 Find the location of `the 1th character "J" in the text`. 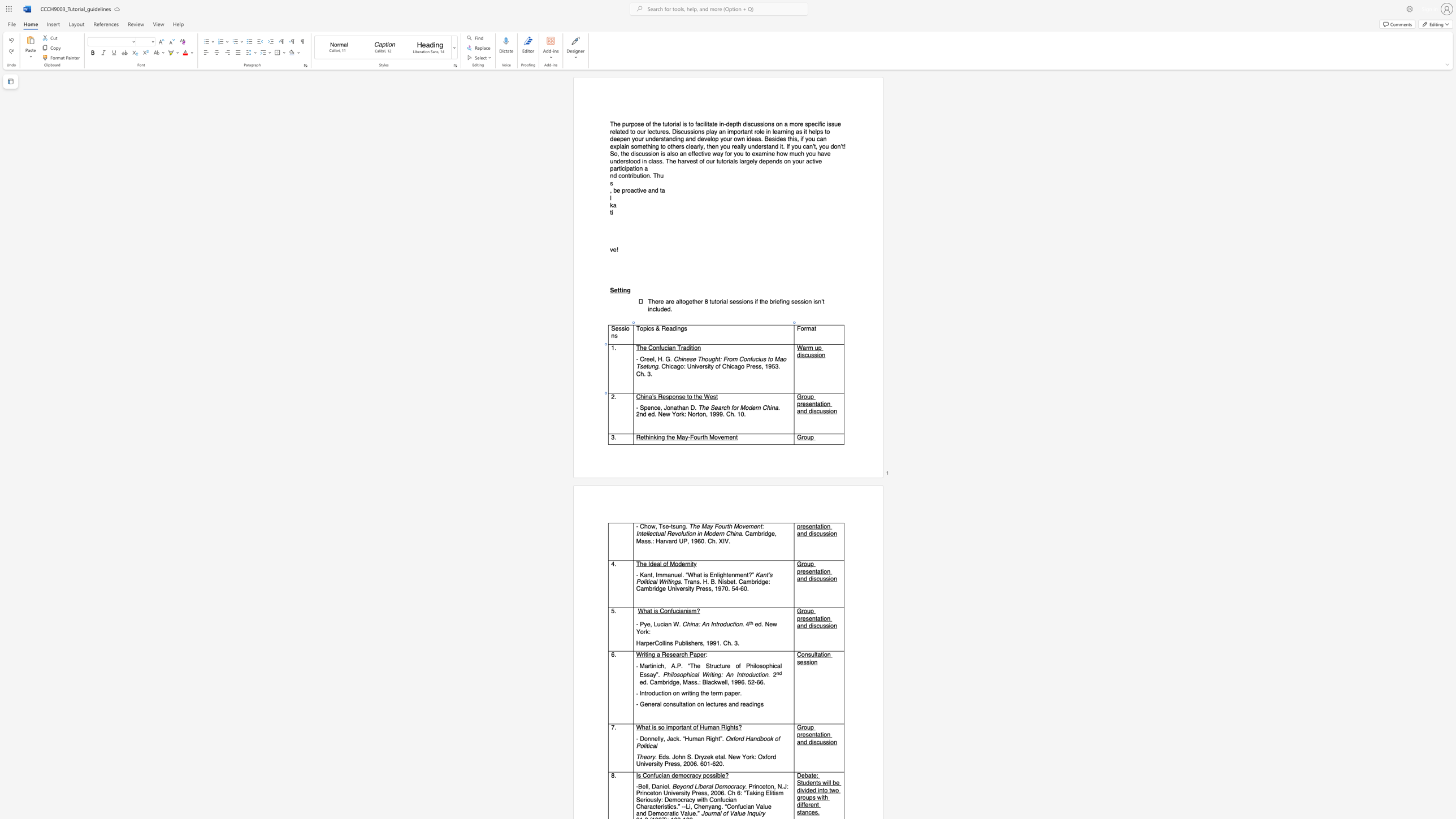

the 1th character "J" in the text is located at coordinates (665, 407).